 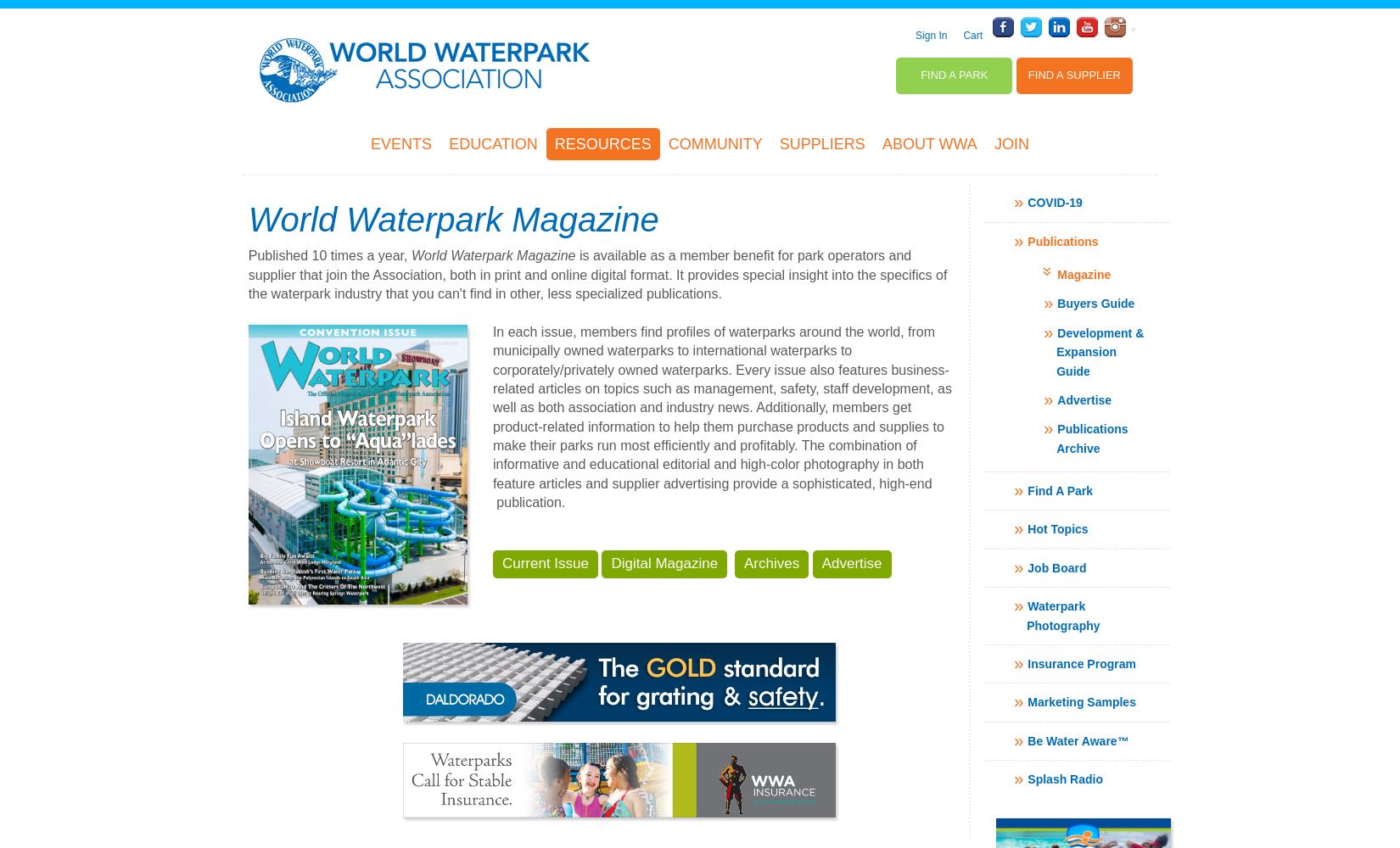 I want to click on 'is available as a member benefit for park operators and supplier that join the Association, both in print and online digital format. It provides special insight into the specifics of the waterpark industry that you can't find in other, less specialized publications.', so click(x=596, y=273).